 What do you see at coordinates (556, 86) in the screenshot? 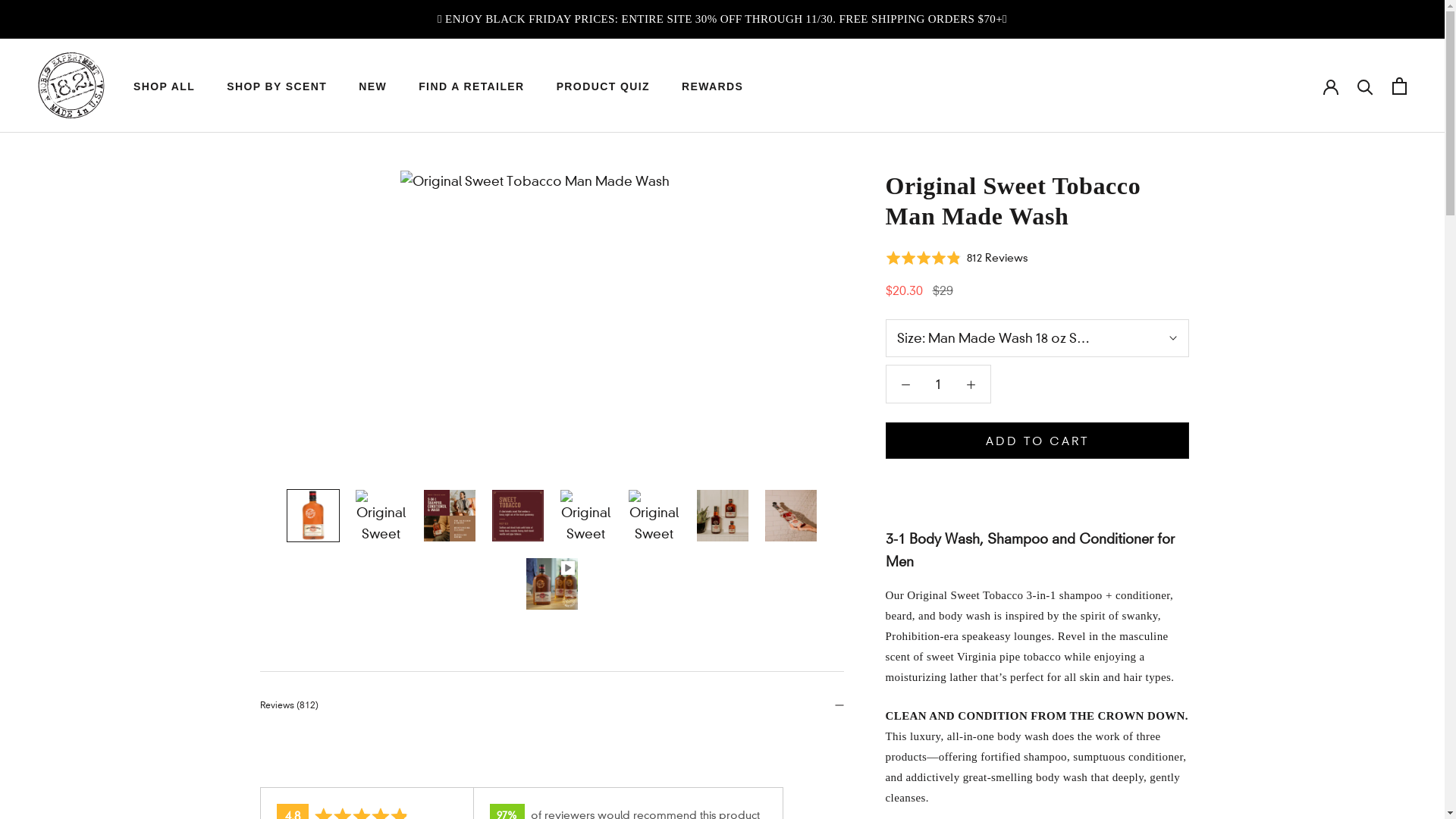
I see `'PRODUCT QUIZ` at bounding box center [556, 86].